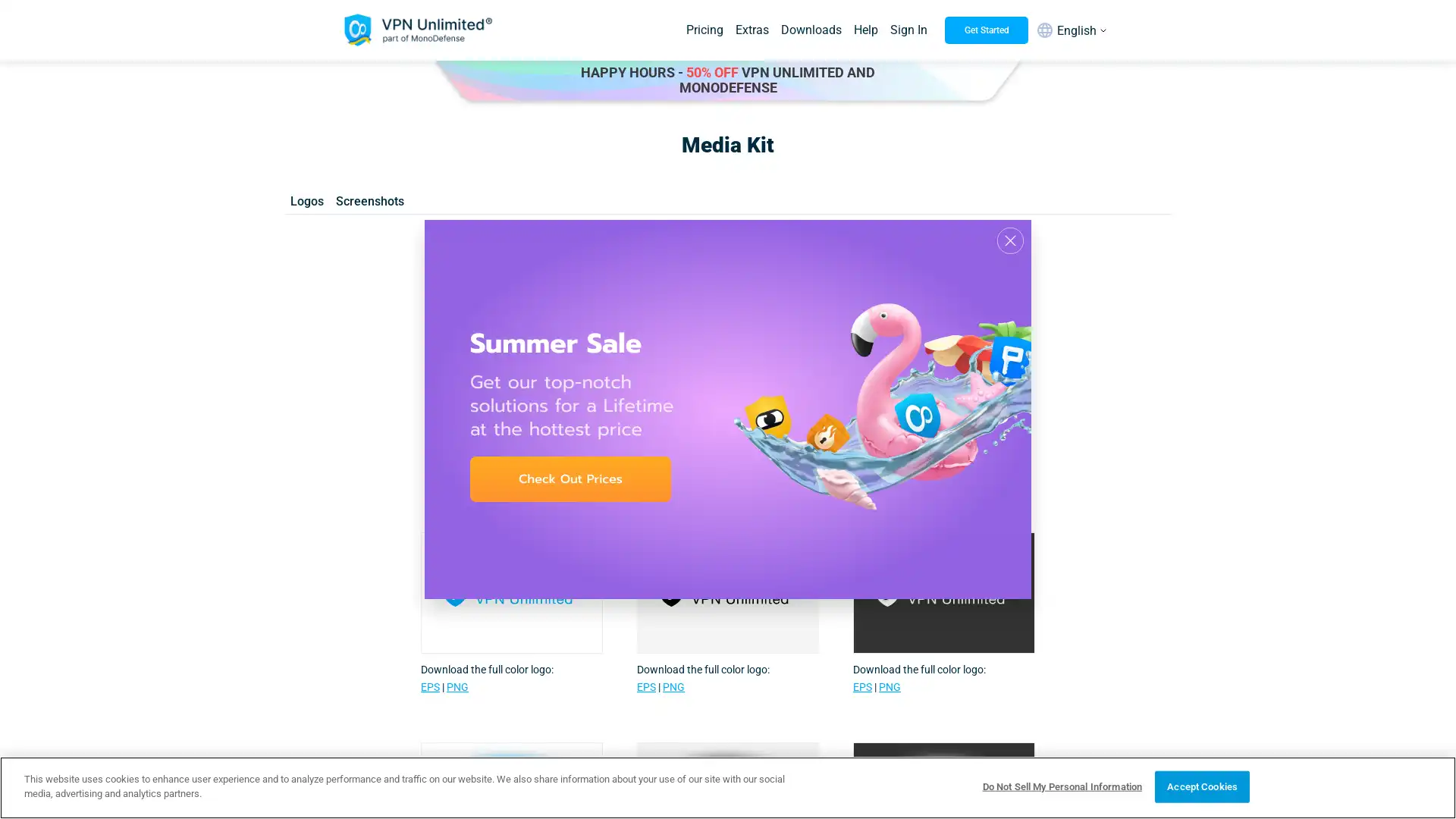  Describe the element at coordinates (1201, 786) in the screenshot. I see `Accept Cookies` at that location.